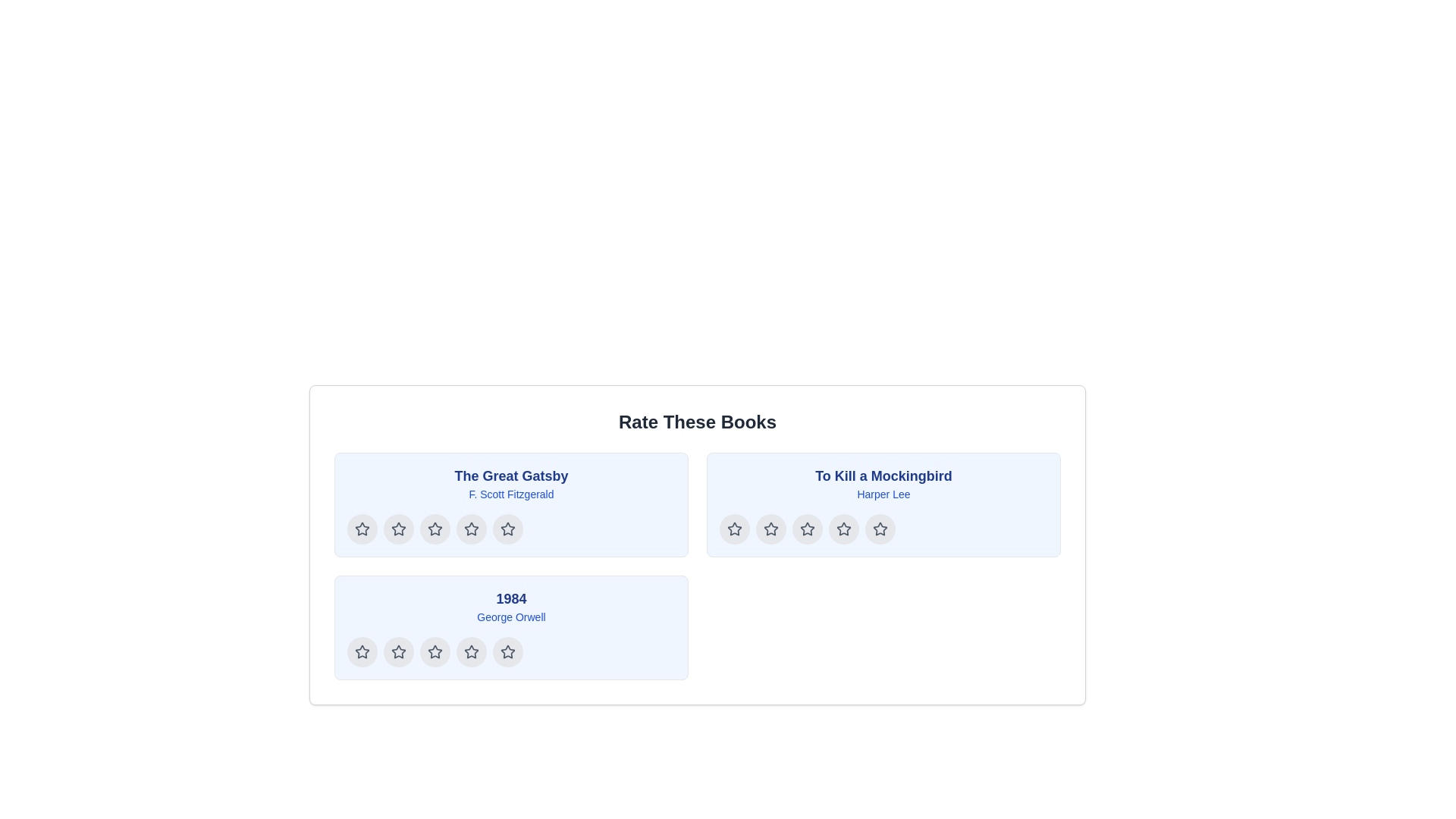  What do you see at coordinates (735, 529) in the screenshot?
I see `the first star in the second row of the rating system for 'To Kill a Mockingbird'` at bounding box center [735, 529].